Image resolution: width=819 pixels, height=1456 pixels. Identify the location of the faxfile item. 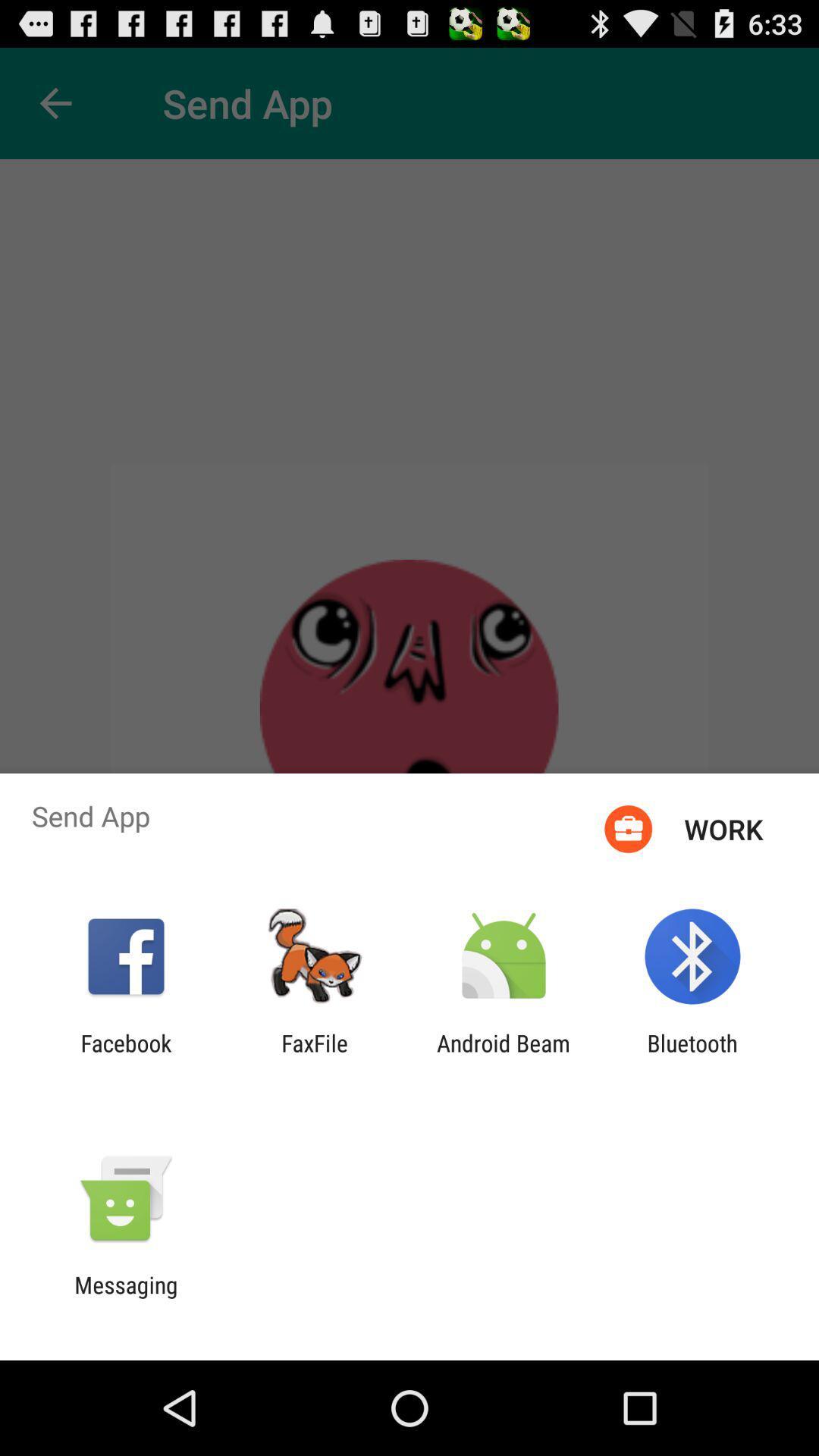
(314, 1056).